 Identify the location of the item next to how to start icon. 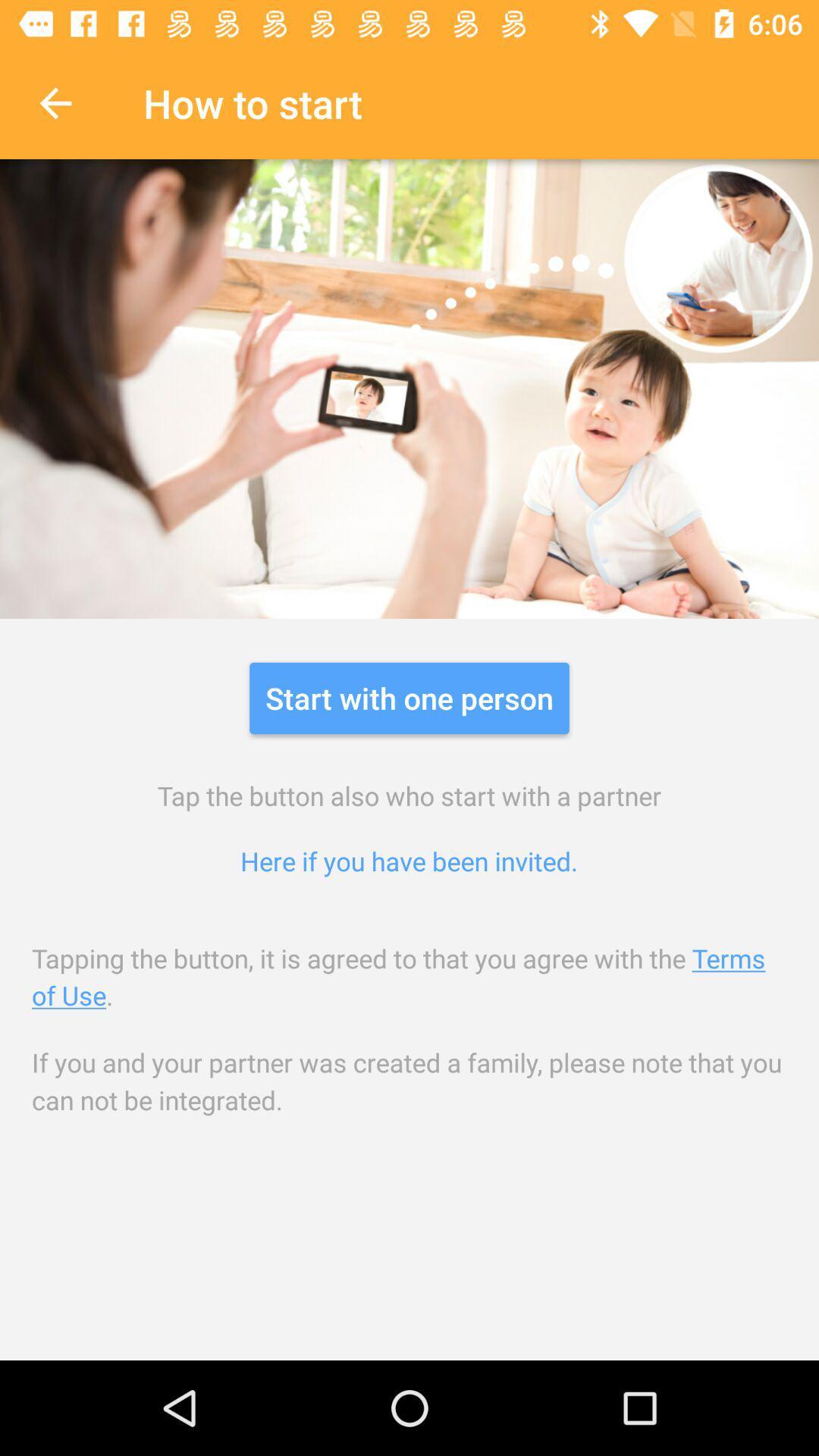
(55, 102).